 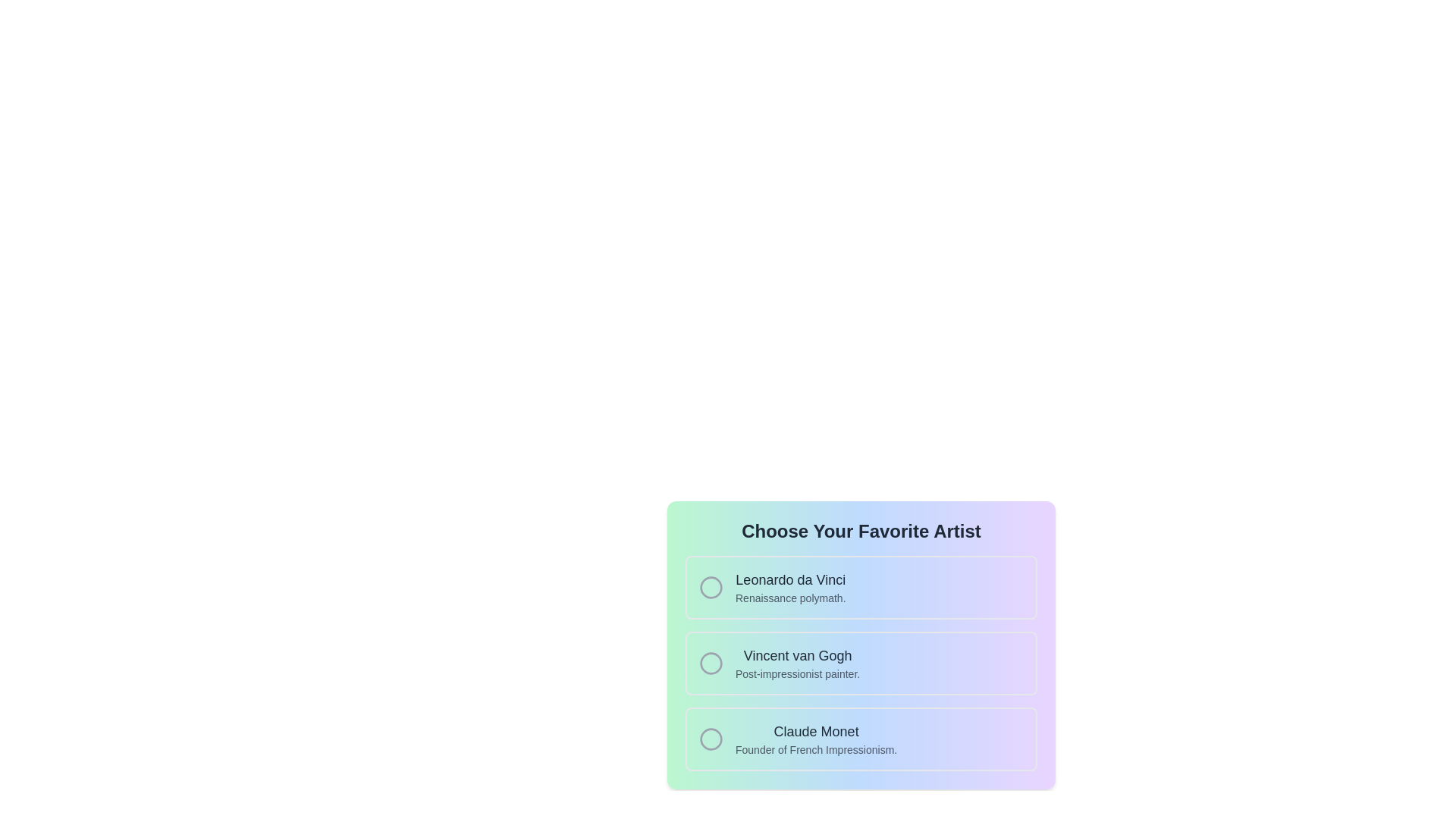 I want to click on the 'Vincent van Gogh' option, which is the second choice in the interactive panel titled 'Choose Your Favorite Artist', so click(x=861, y=637).